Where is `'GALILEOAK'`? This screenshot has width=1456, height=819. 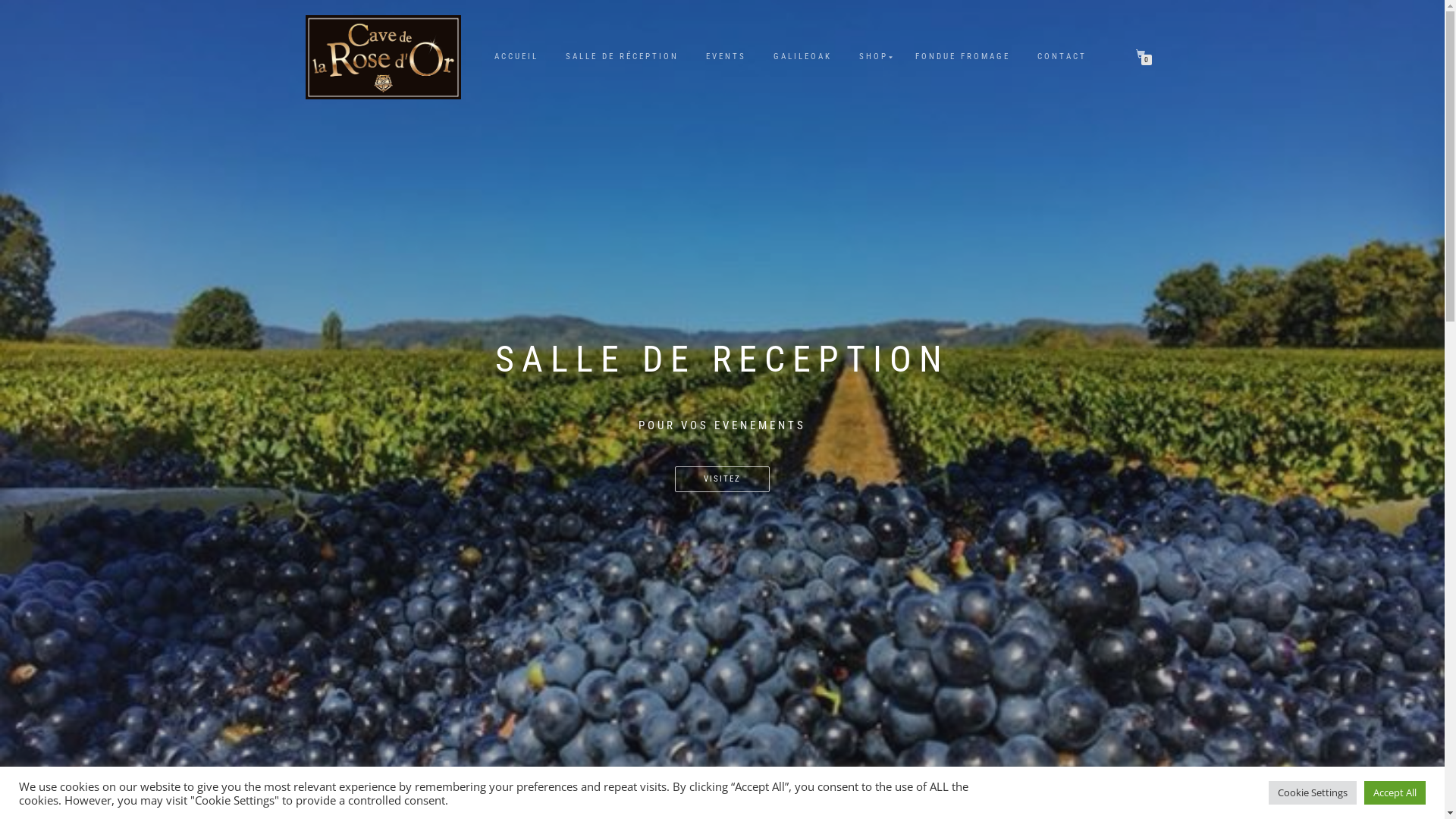 'GALILEOAK' is located at coordinates (801, 55).